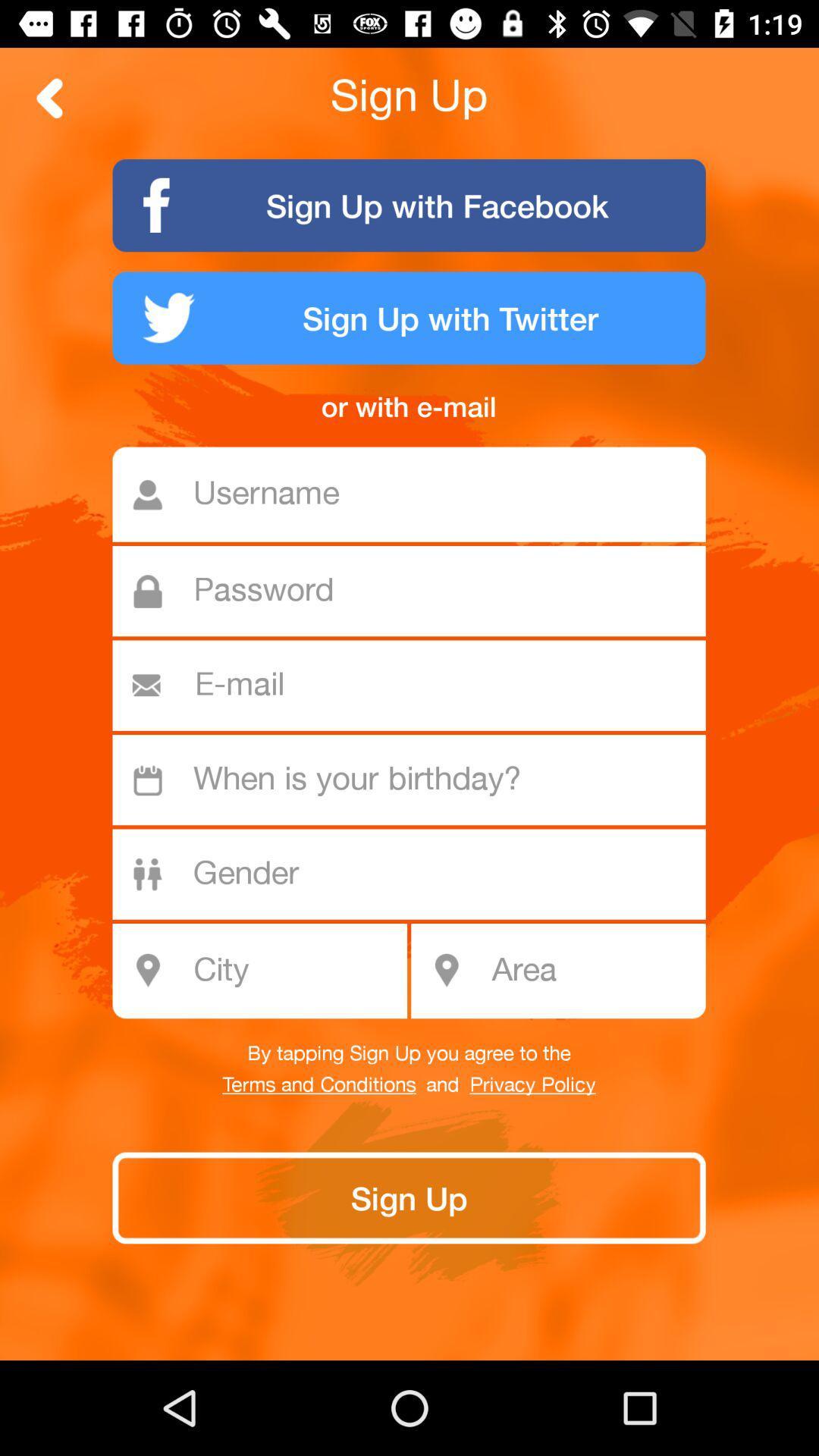  What do you see at coordinates (417, 780) in the screenshot?
I see `fill in the birth day option` at bounding box center [417, 780].